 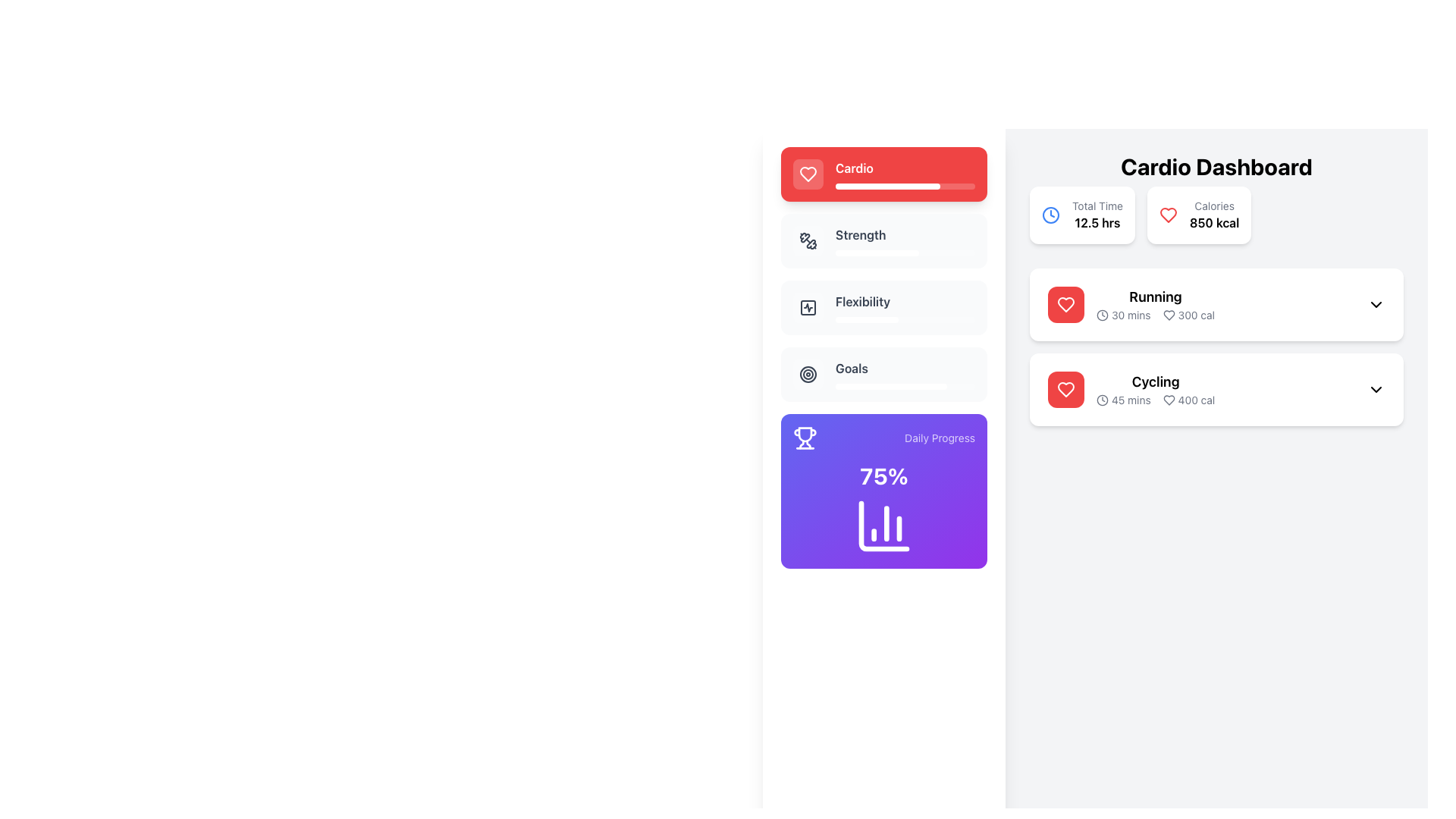 I want to click on the red heart icon button located in the top-left section of the list associated with the 'Cardio' label, so click(x=807, y=174).